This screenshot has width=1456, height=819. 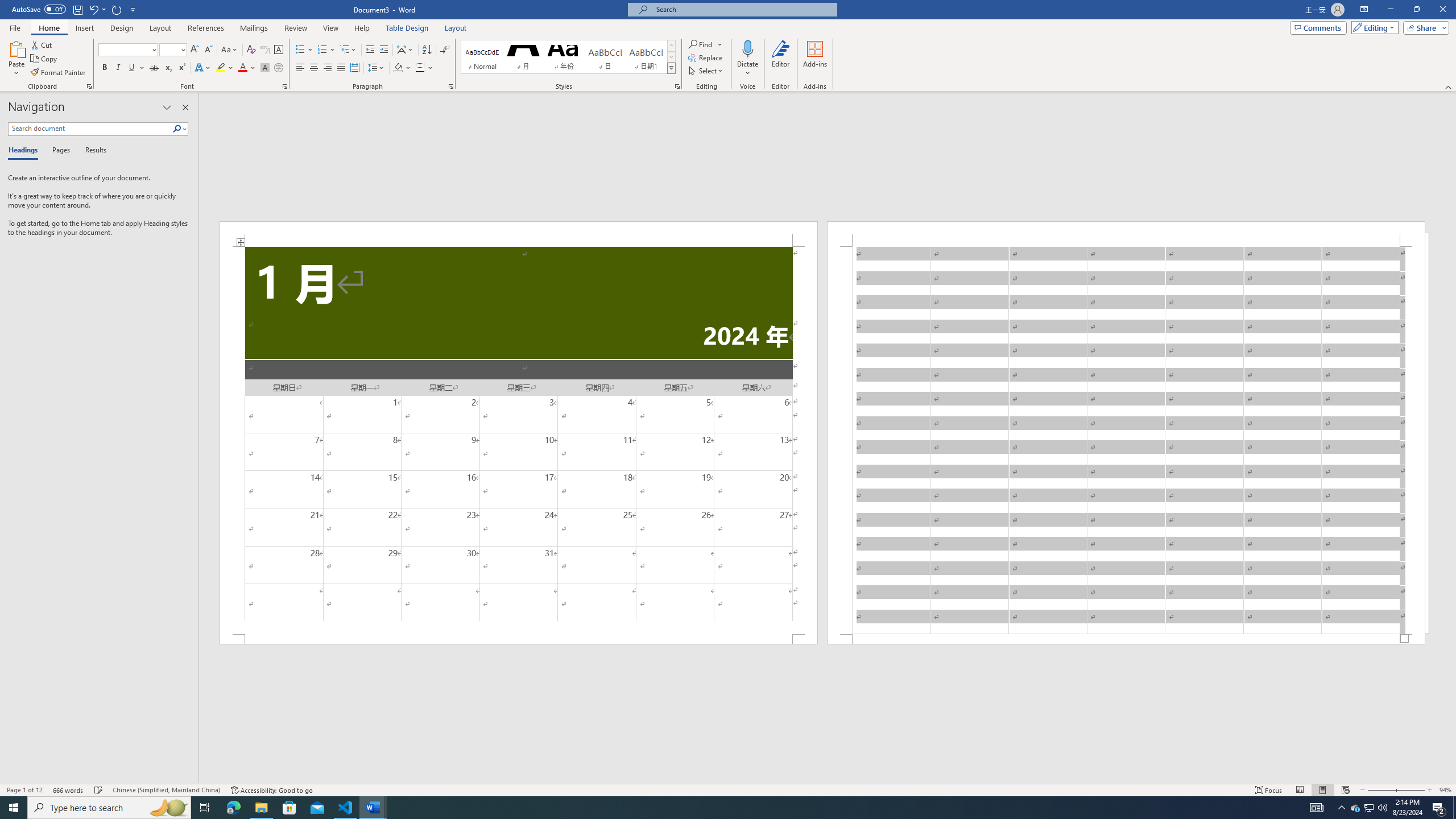 What do you see at coordinates (295, 28) in the screenshot?
I see `'Review'` at bounding box center [295, 28].